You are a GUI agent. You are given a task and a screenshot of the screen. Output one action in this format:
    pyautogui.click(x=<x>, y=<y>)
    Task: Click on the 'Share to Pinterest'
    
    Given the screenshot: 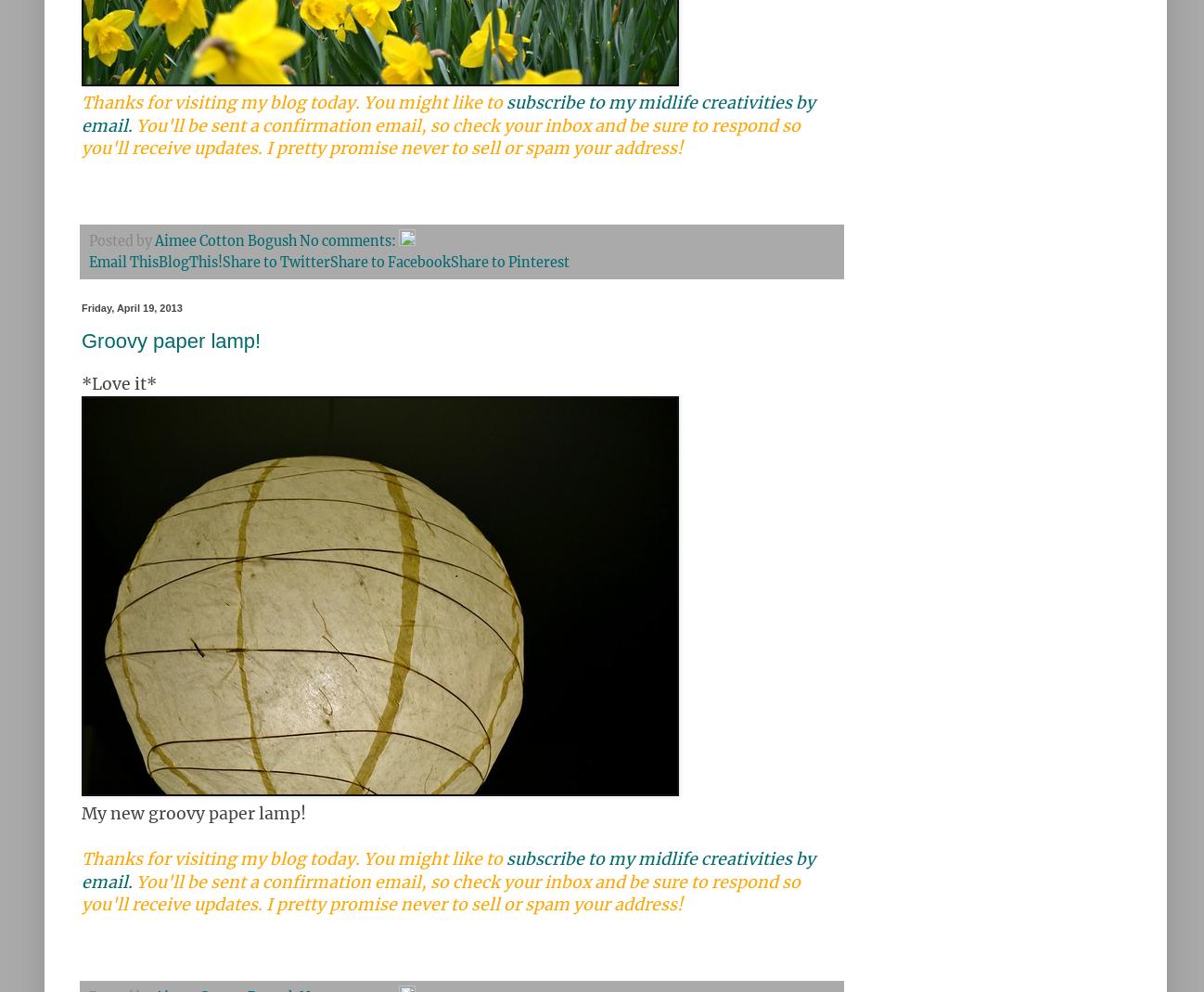 What is the action you would take?
    pyautogui.click(x=508, y=261)
    